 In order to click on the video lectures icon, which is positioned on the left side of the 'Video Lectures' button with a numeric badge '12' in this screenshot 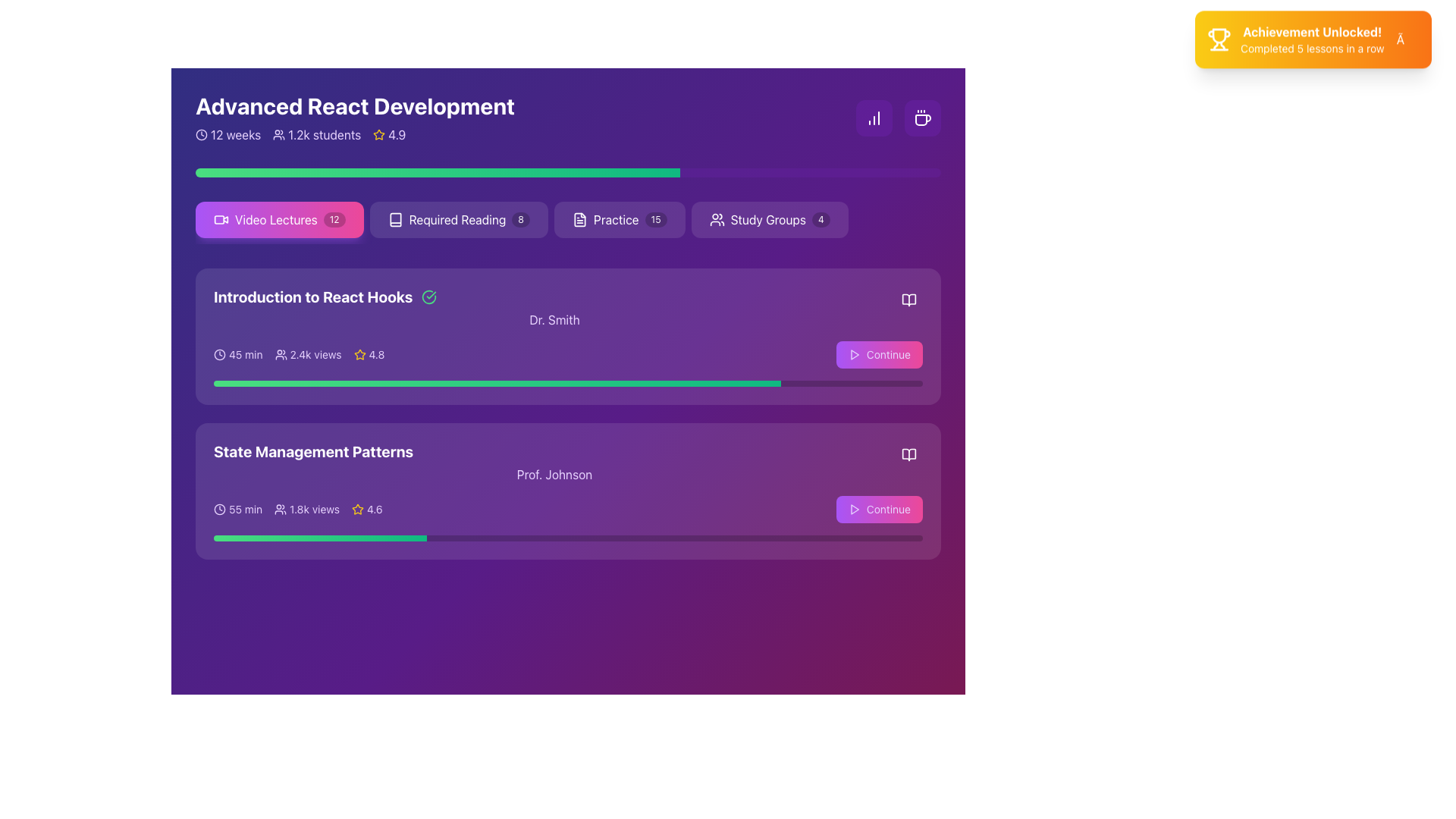, I will do `click(221, 219)`.